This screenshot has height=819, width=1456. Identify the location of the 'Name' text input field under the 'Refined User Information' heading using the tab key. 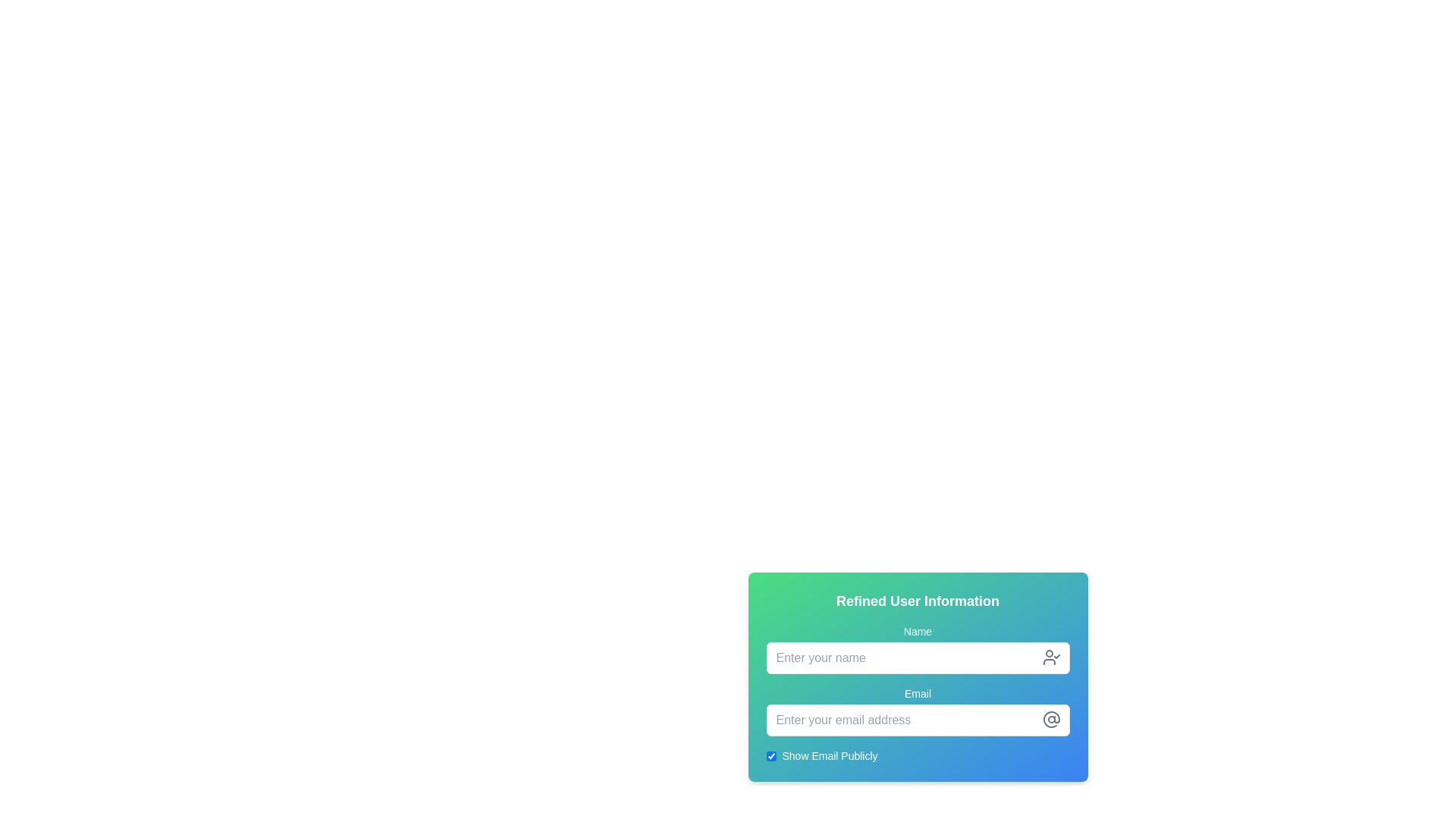
(917, 648).